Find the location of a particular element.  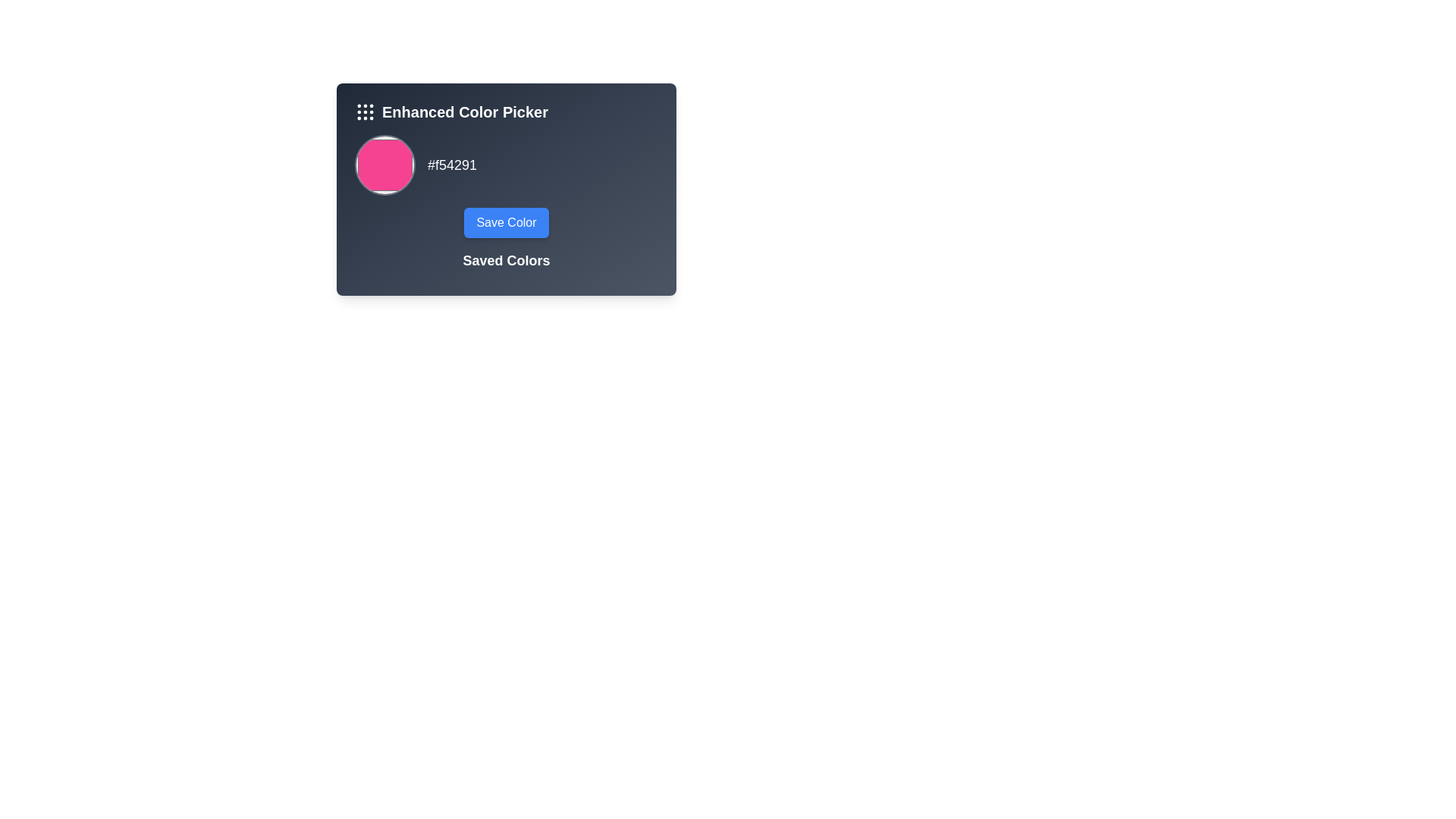

the color swatch representing the color '#f54291' is located at coordinates (385, 165).